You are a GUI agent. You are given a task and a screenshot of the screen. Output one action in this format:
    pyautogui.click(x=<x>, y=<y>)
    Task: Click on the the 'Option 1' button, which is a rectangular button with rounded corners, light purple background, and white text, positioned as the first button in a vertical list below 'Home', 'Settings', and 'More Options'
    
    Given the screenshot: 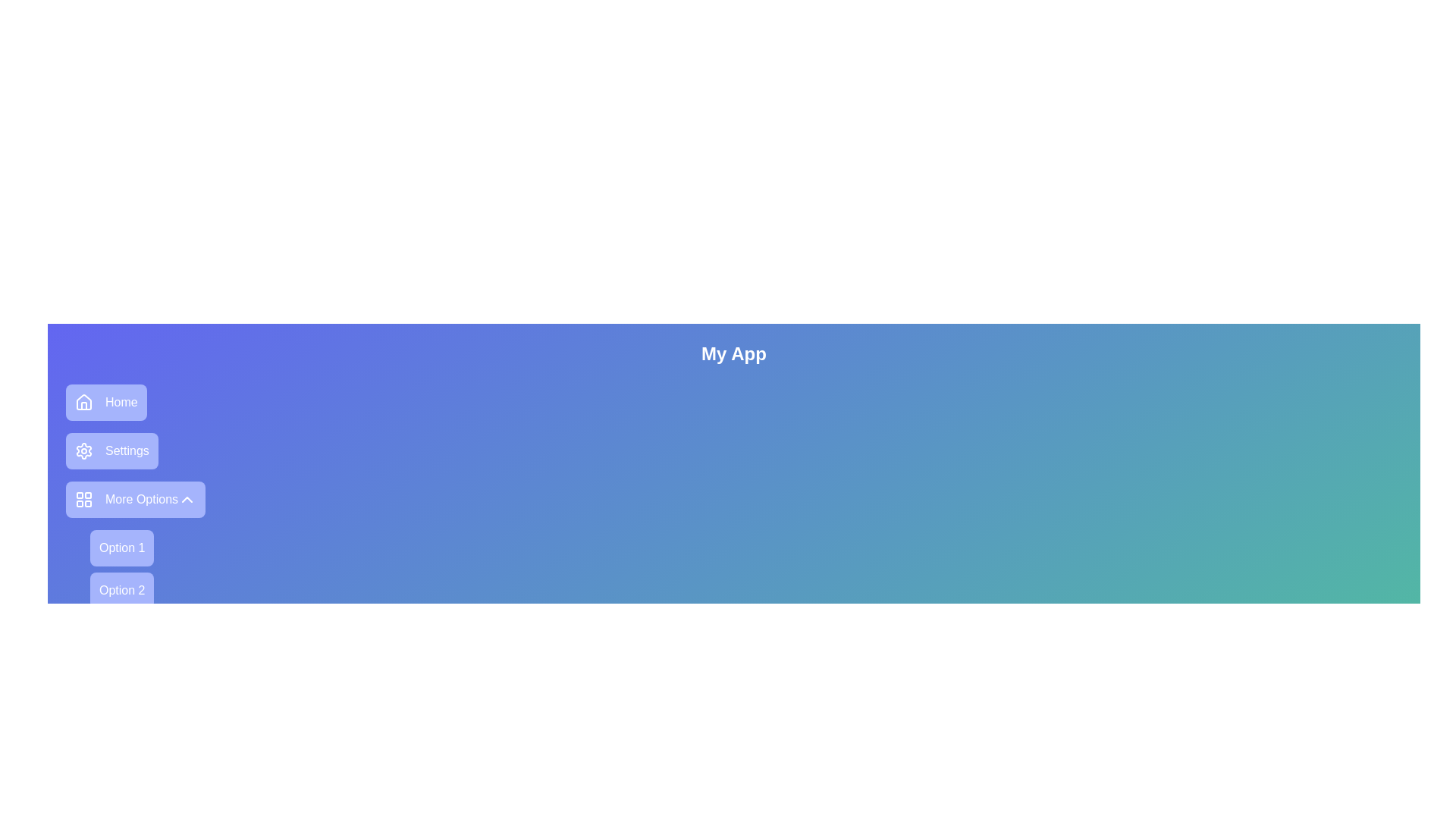 What is the action you would take?
    pyautogui.click(x=122, y=548)
    